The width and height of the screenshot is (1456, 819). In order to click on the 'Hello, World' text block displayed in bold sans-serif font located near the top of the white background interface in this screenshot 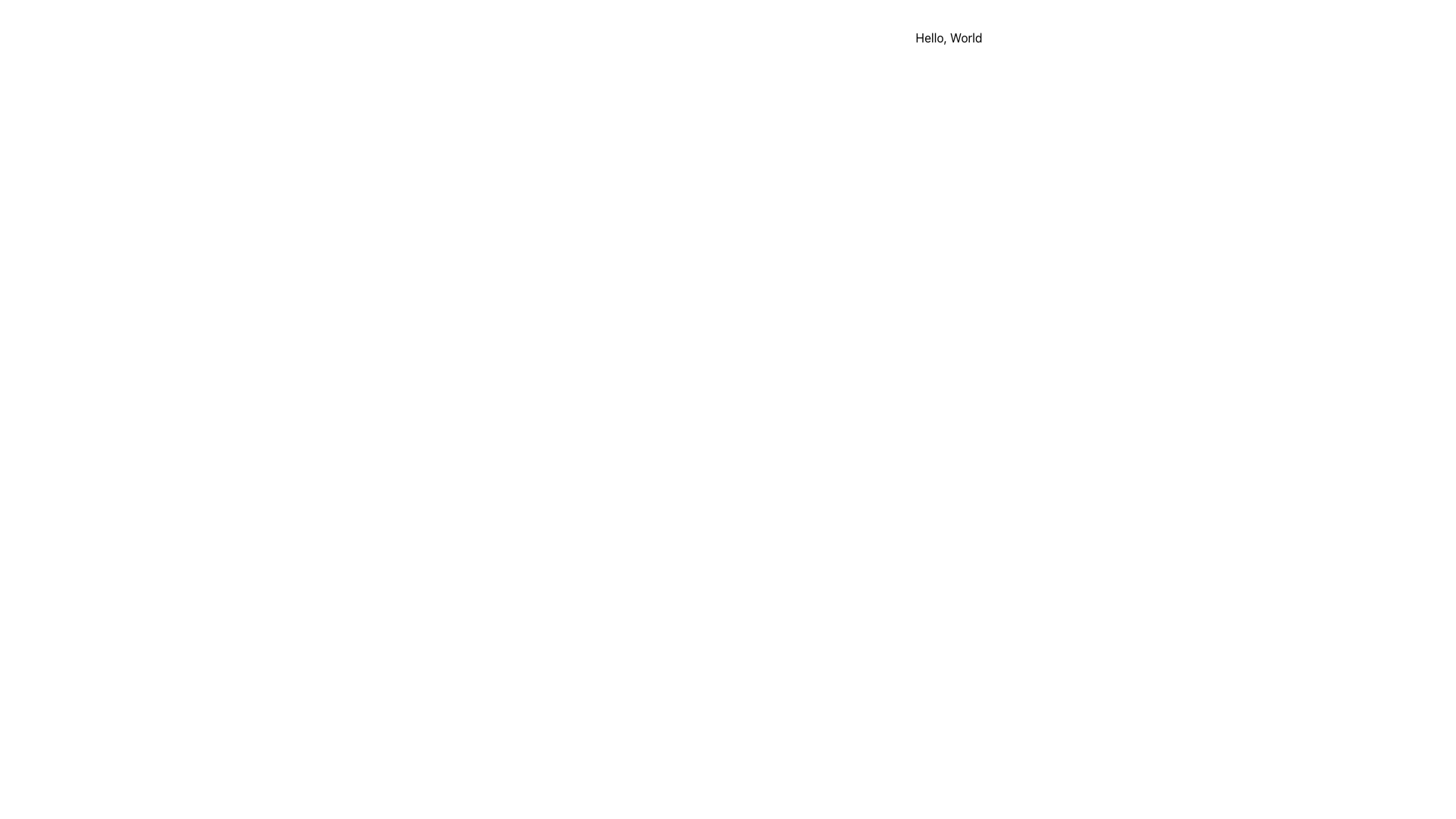, I will do `click(948, 37)`.